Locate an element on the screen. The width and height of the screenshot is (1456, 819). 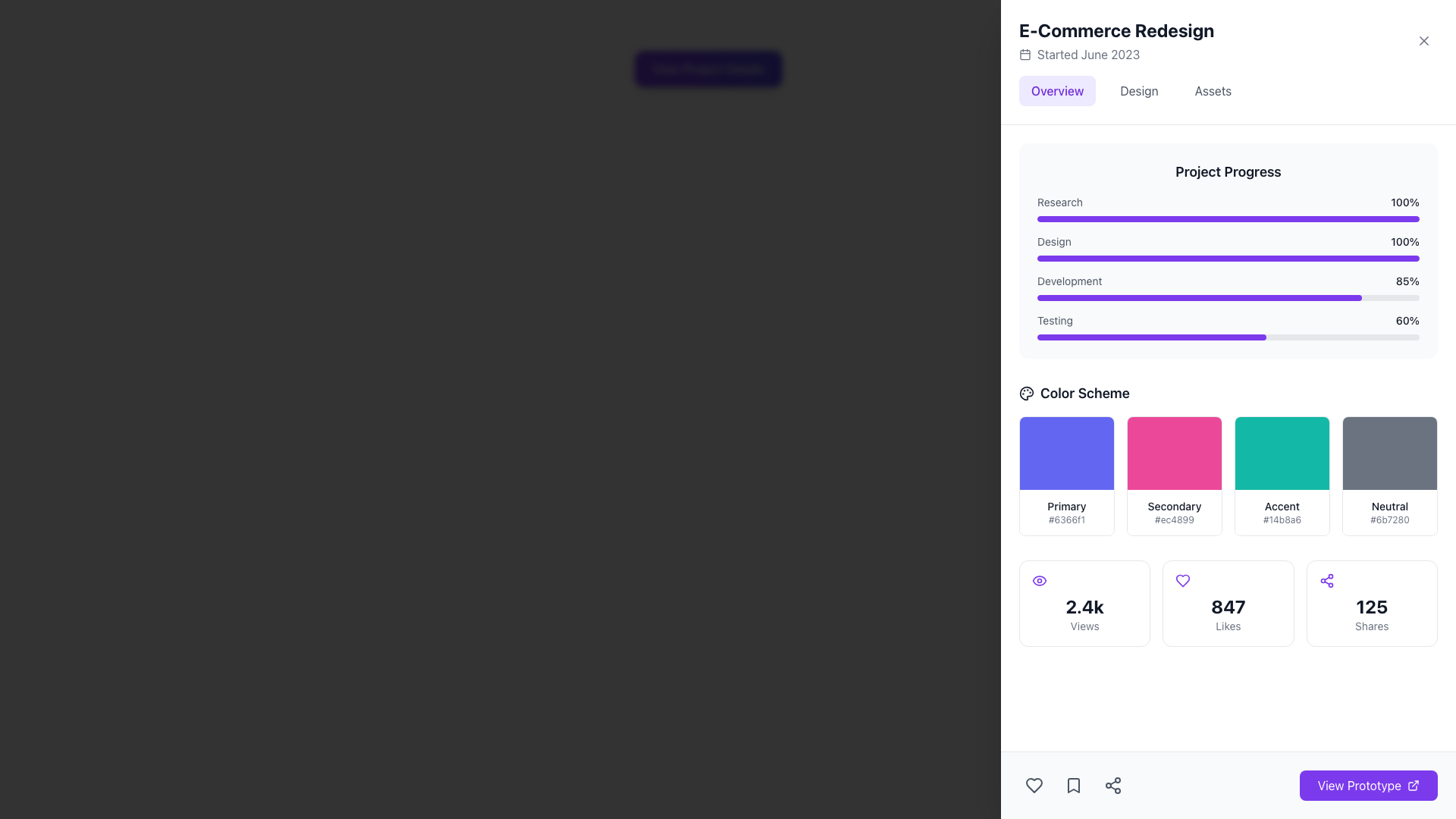
the SVG rectangle that represents the calendar icon next to the text 'Started June 2023' in the right-hand information panel is located at coordinates (1025, 54).